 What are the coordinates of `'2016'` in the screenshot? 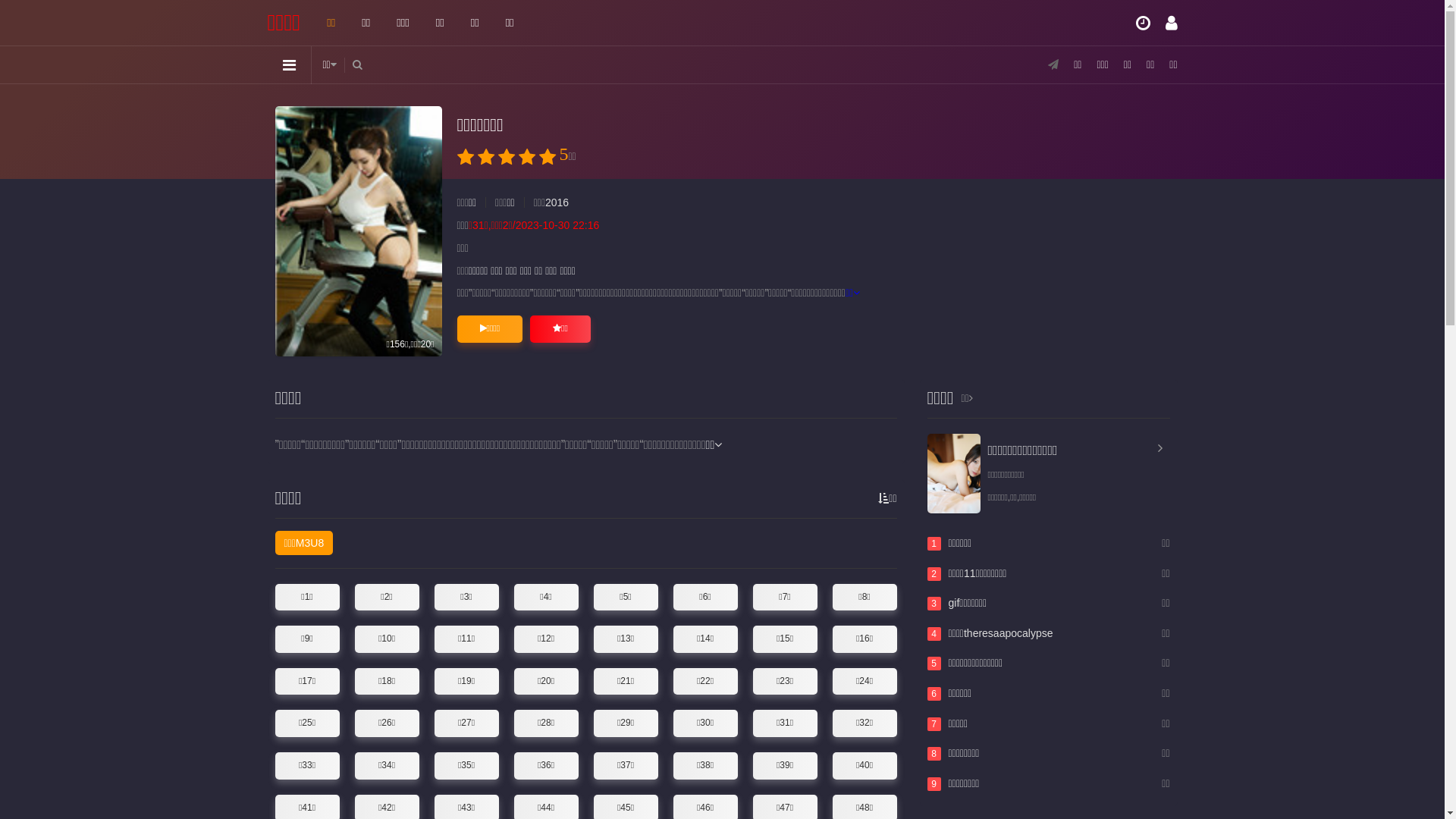 It's located at (556, 201).